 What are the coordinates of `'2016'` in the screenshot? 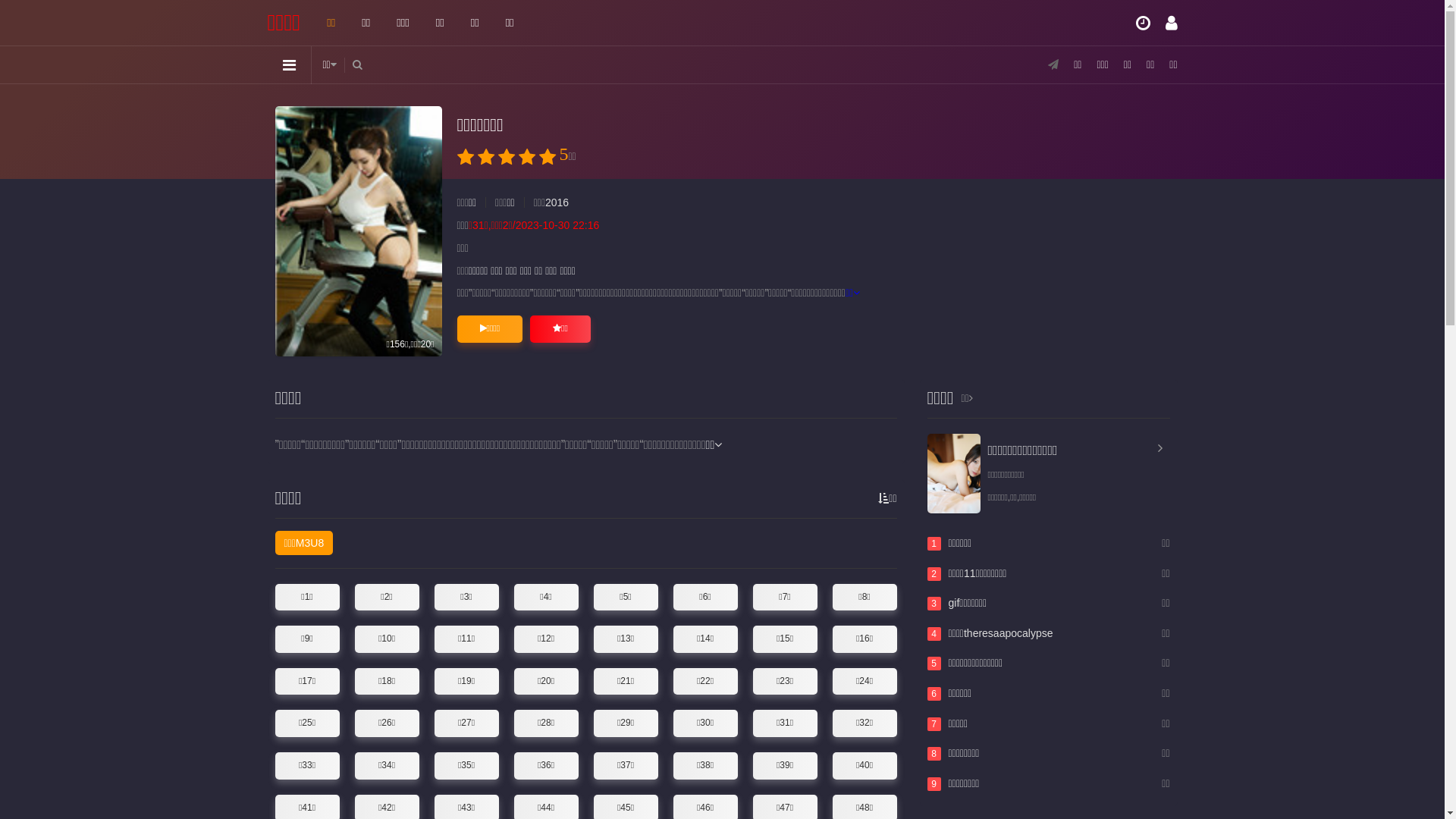 It's located at (556, 201).